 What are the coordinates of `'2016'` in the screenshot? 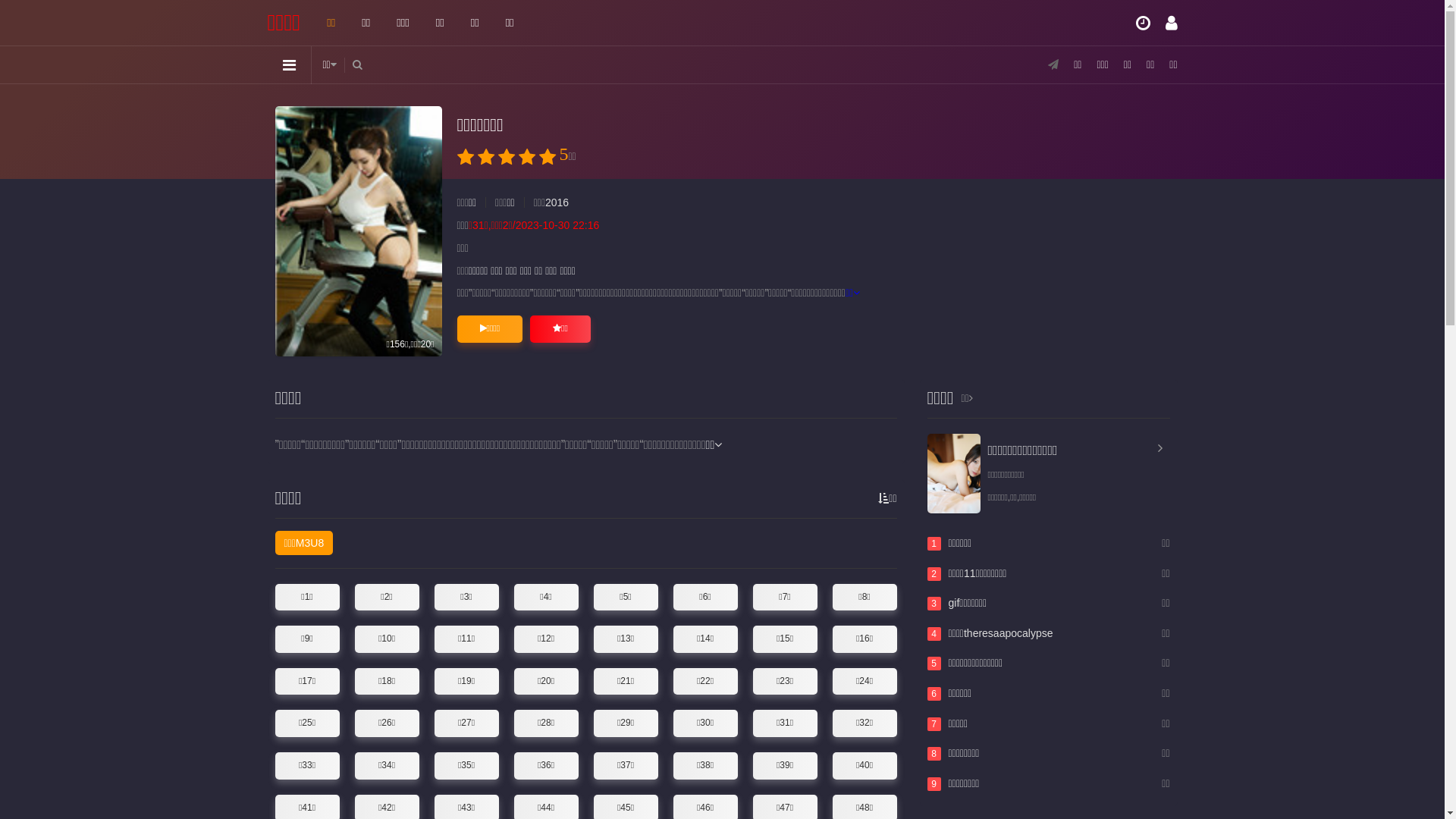 It's located at (556, 201).